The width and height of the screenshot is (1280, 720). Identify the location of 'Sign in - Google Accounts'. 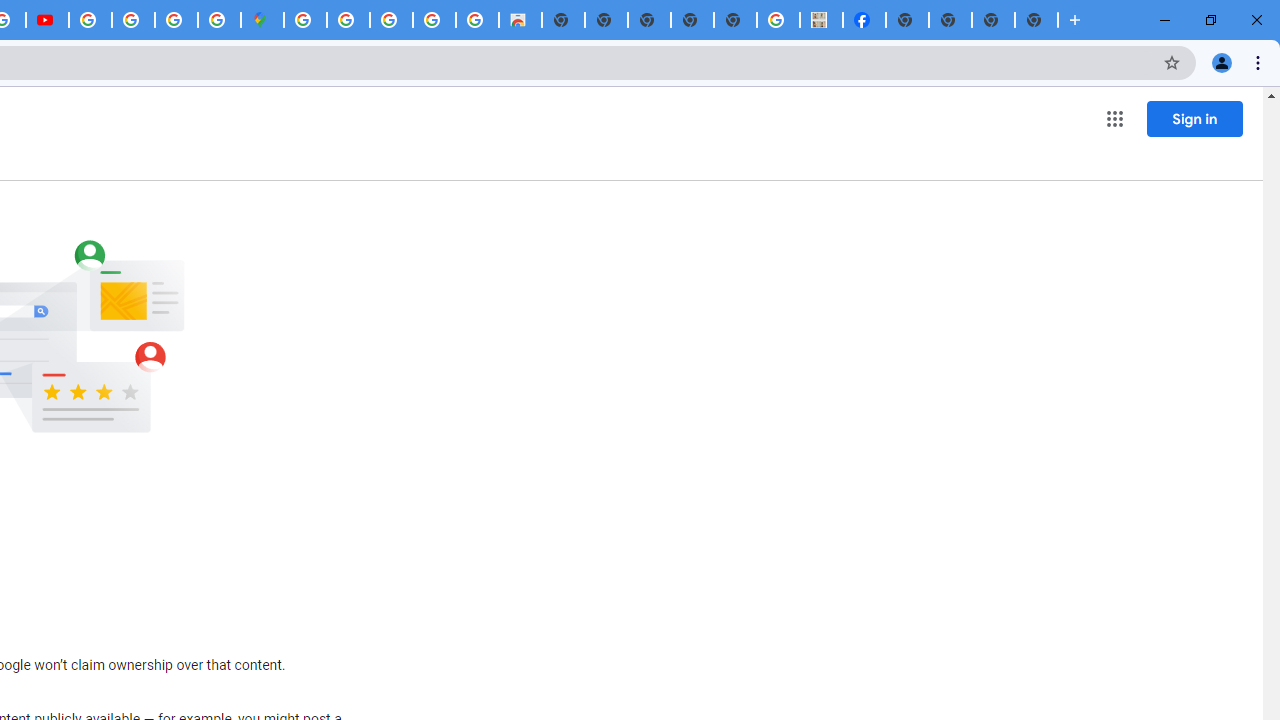
(304, 20).